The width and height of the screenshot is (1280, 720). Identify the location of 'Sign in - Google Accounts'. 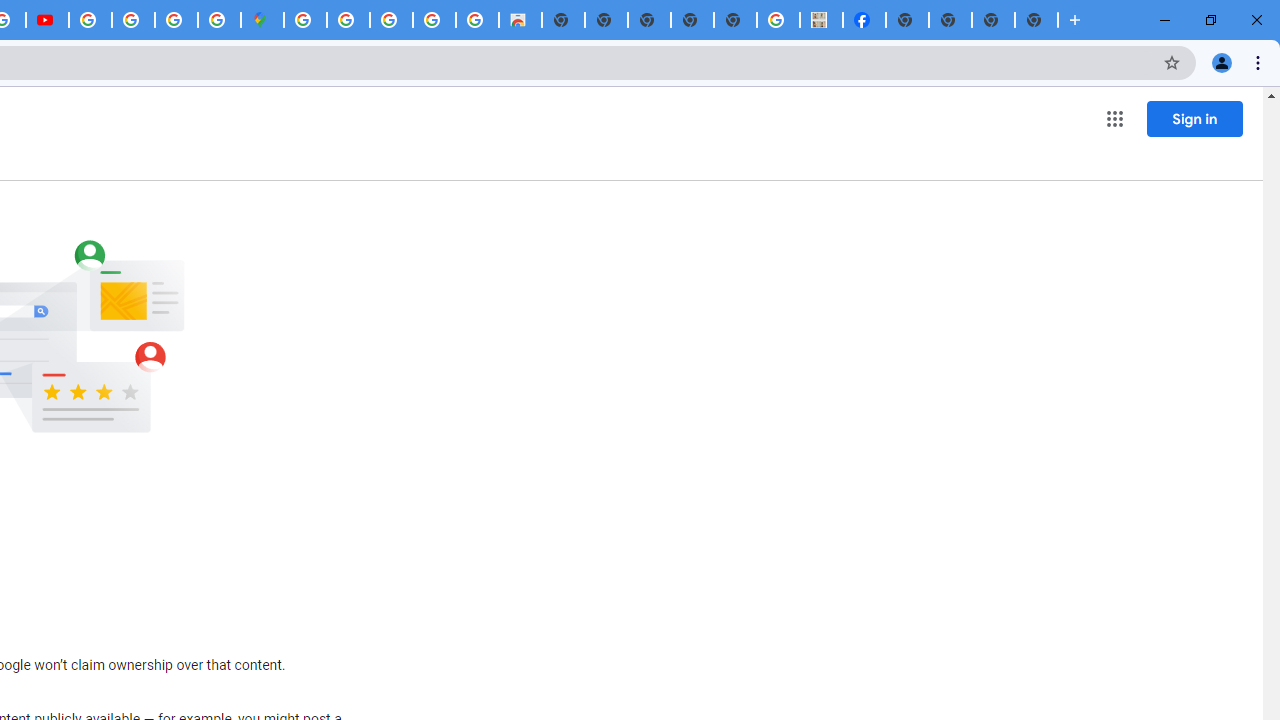
(304, 20).